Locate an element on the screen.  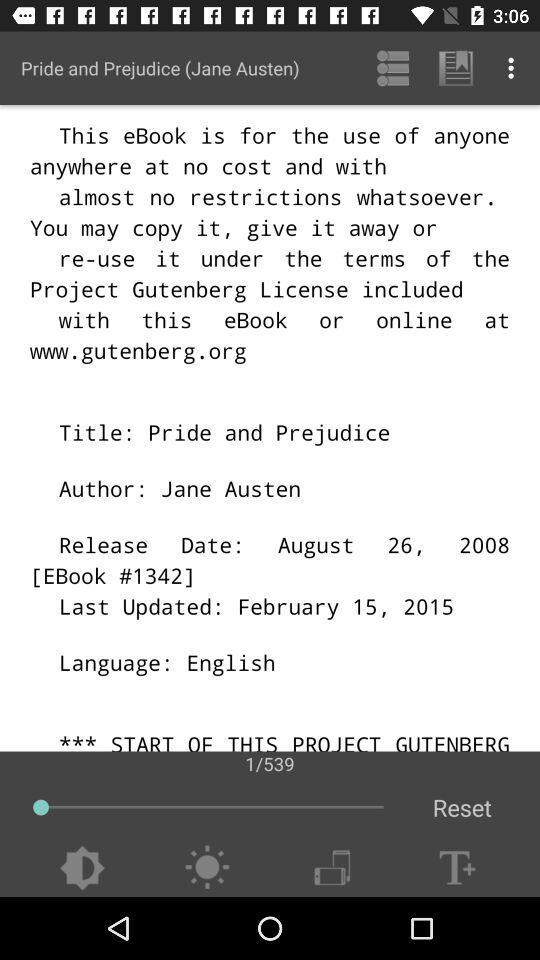
adjust the contrast is located at coordinates (81, 867).